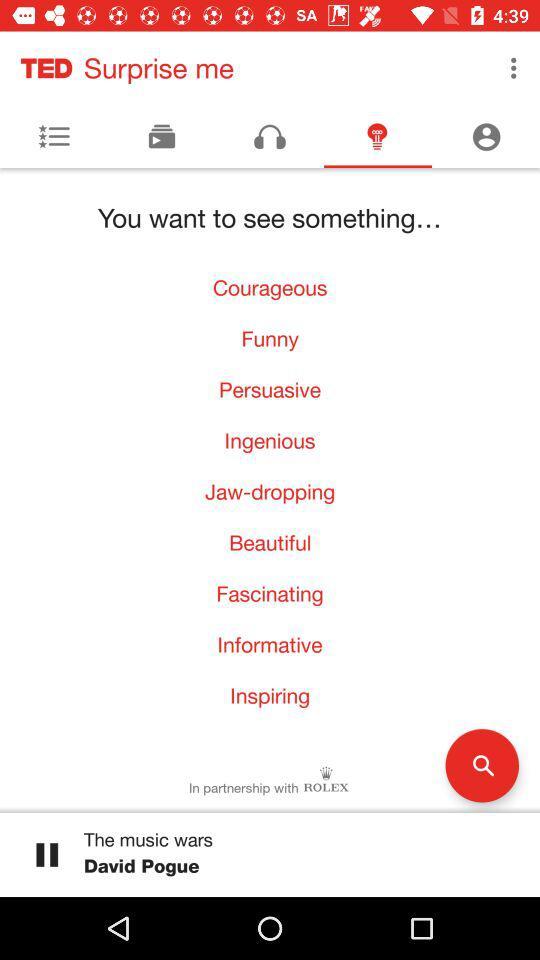 Image resolution: width=540 pixels, height=960 pixels. I want to click on item below the ingenious item, so click(270, 490).